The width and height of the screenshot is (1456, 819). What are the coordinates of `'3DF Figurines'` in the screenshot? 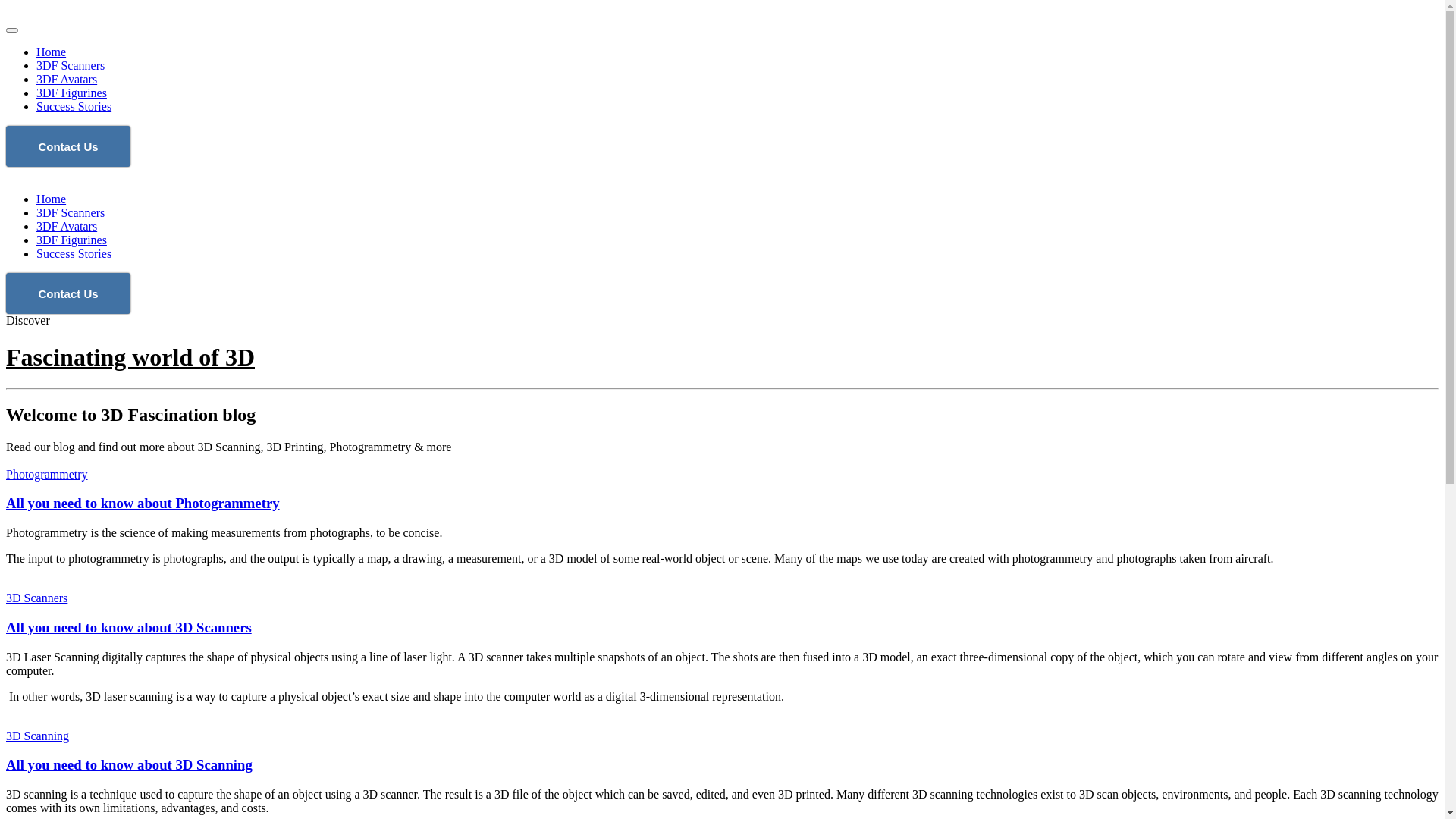 It's located at (71, 93).